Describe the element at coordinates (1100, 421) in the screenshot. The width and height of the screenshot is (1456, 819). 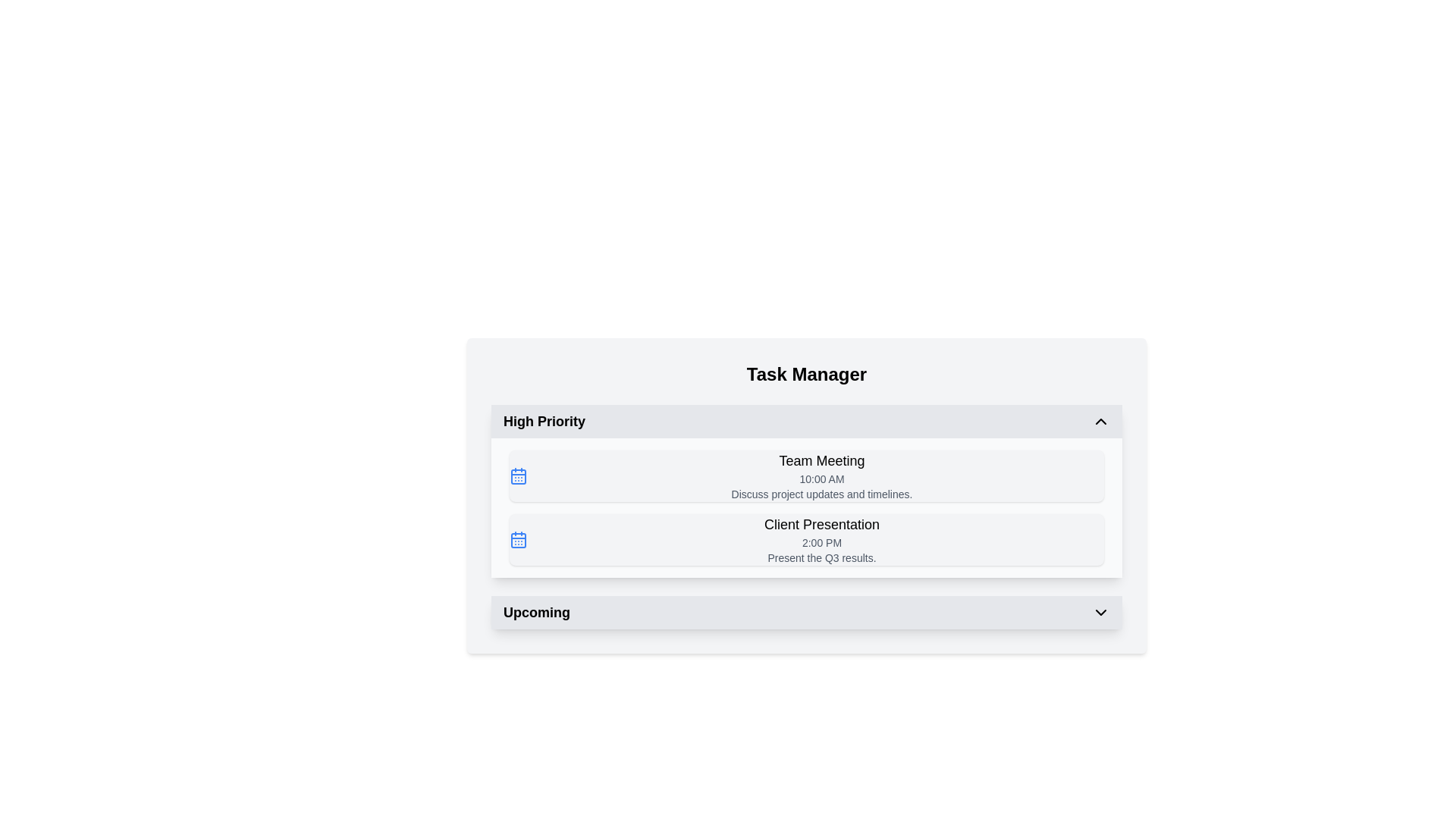
I see `the chevron button located at the top-right corner of the 'High Priority' section` at that location.